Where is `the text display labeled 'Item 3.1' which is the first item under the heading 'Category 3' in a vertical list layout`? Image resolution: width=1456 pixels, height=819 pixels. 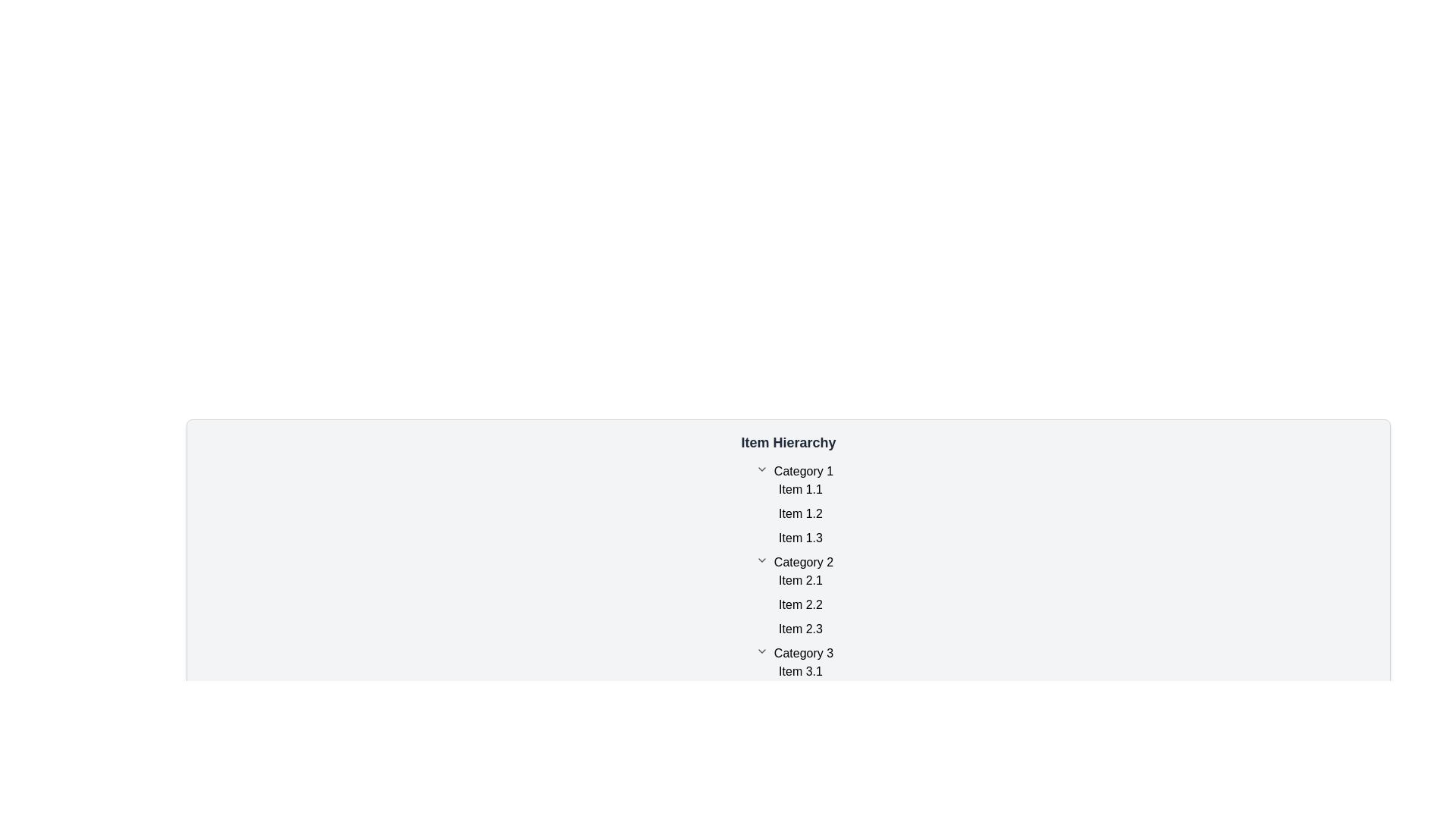 the text display labeled 'Item 3.1' which is the first item under the heading 'Category 3' in a vertical list layout is located at coordinates (800, 671).